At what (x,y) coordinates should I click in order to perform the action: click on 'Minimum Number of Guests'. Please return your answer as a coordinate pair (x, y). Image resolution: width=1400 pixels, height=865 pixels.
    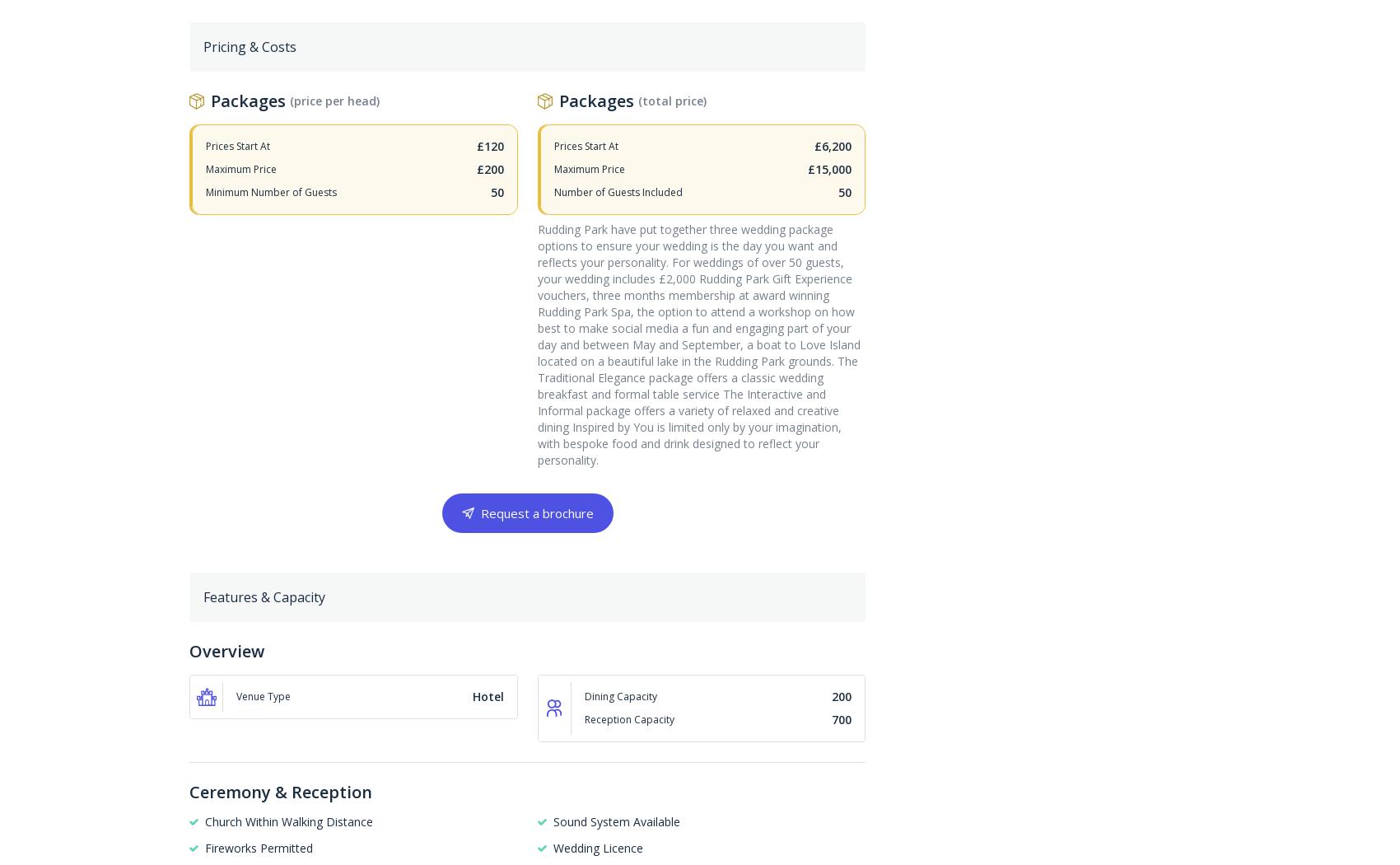
    Looking at the image, I should click on (206, 191).